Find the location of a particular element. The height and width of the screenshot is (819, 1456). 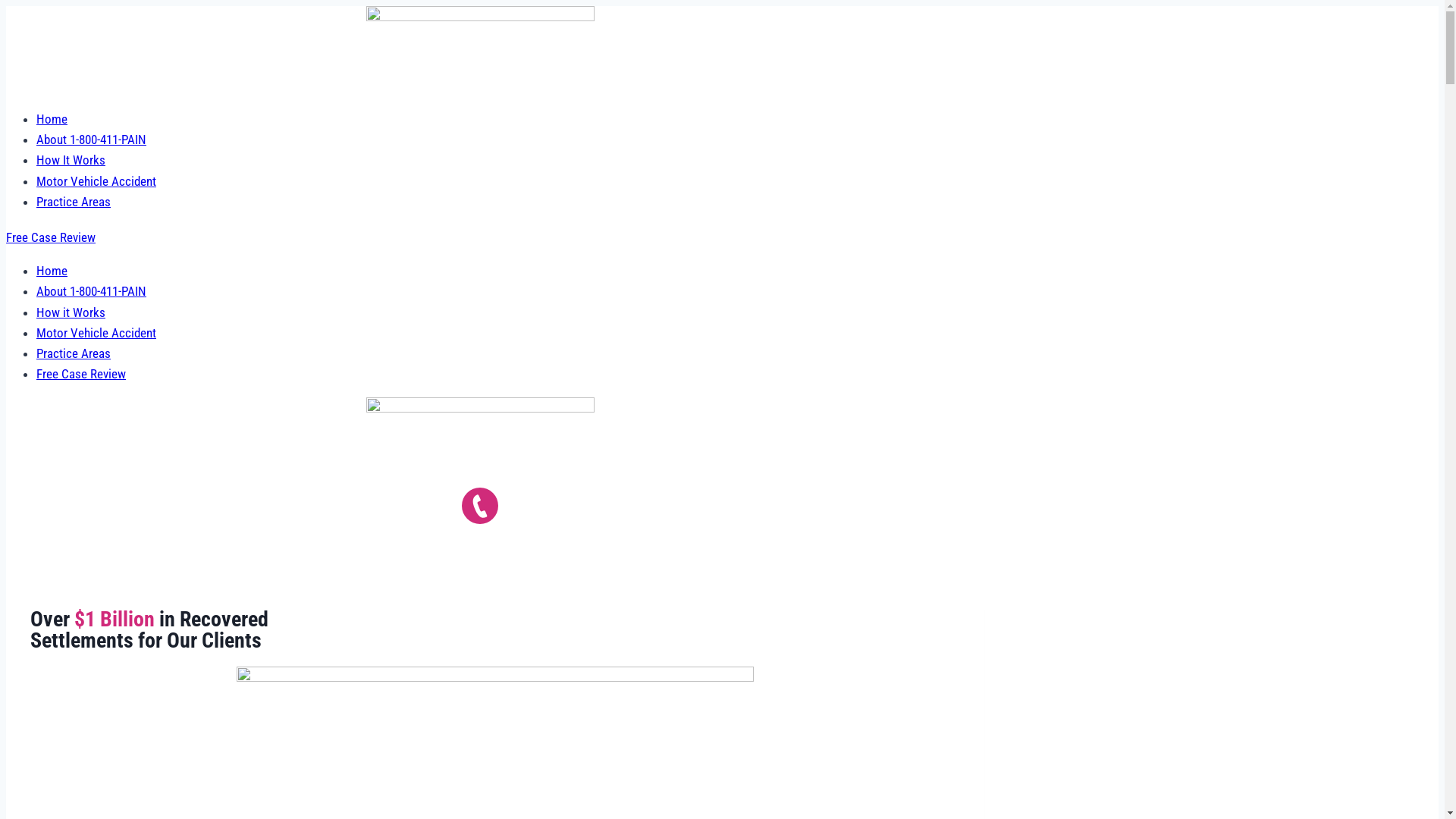

'About 1-800-411-PAIN' is located at coordinates (90, 291).